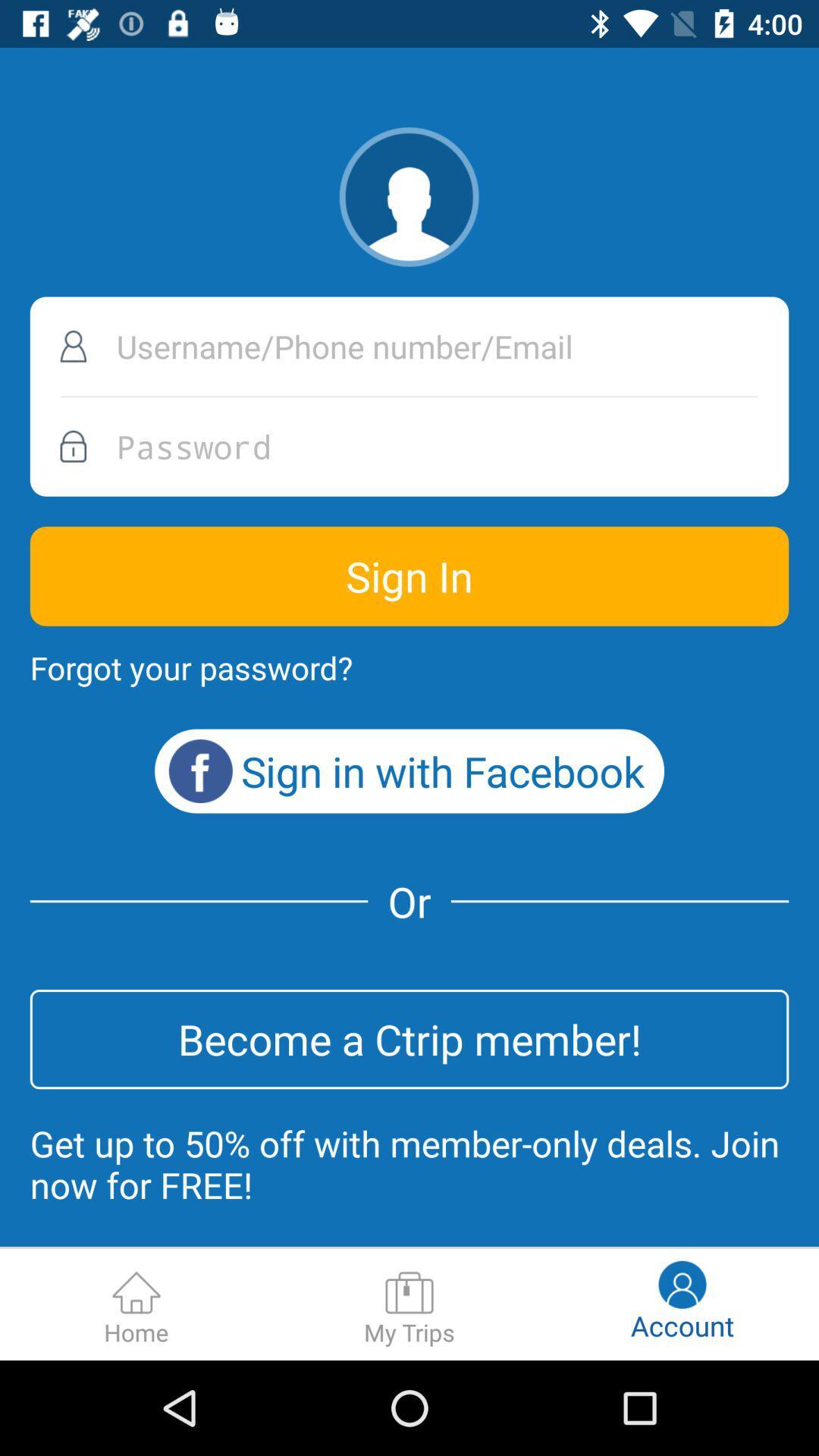 Image resolution: width=819 pixels, height=1456 pixels. Describe the element at coordinates (409, 346) in the screenshot. I see `username` at that location.